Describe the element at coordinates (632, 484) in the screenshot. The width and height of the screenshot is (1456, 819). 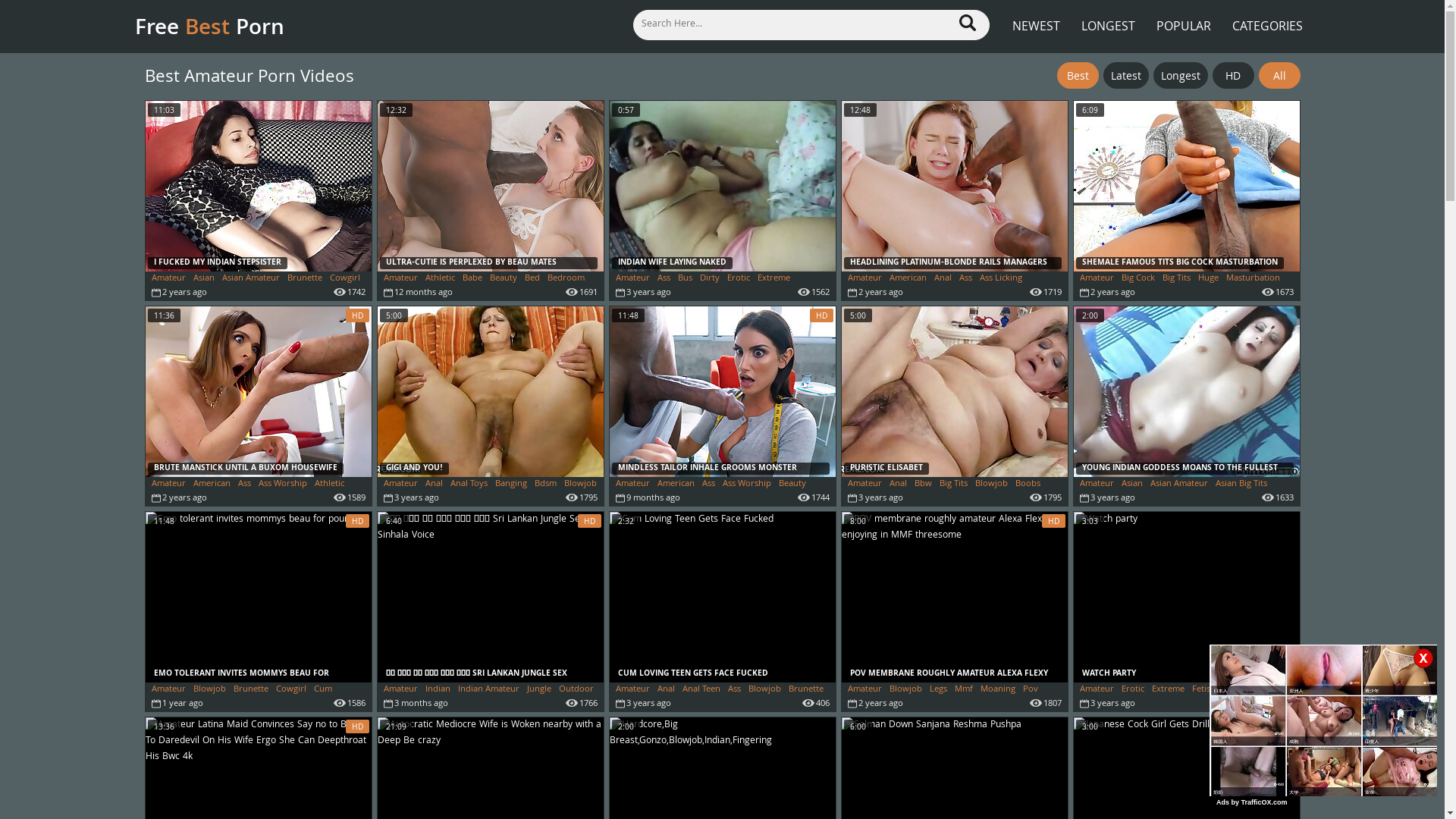
I see `'Amateur'` at that location.